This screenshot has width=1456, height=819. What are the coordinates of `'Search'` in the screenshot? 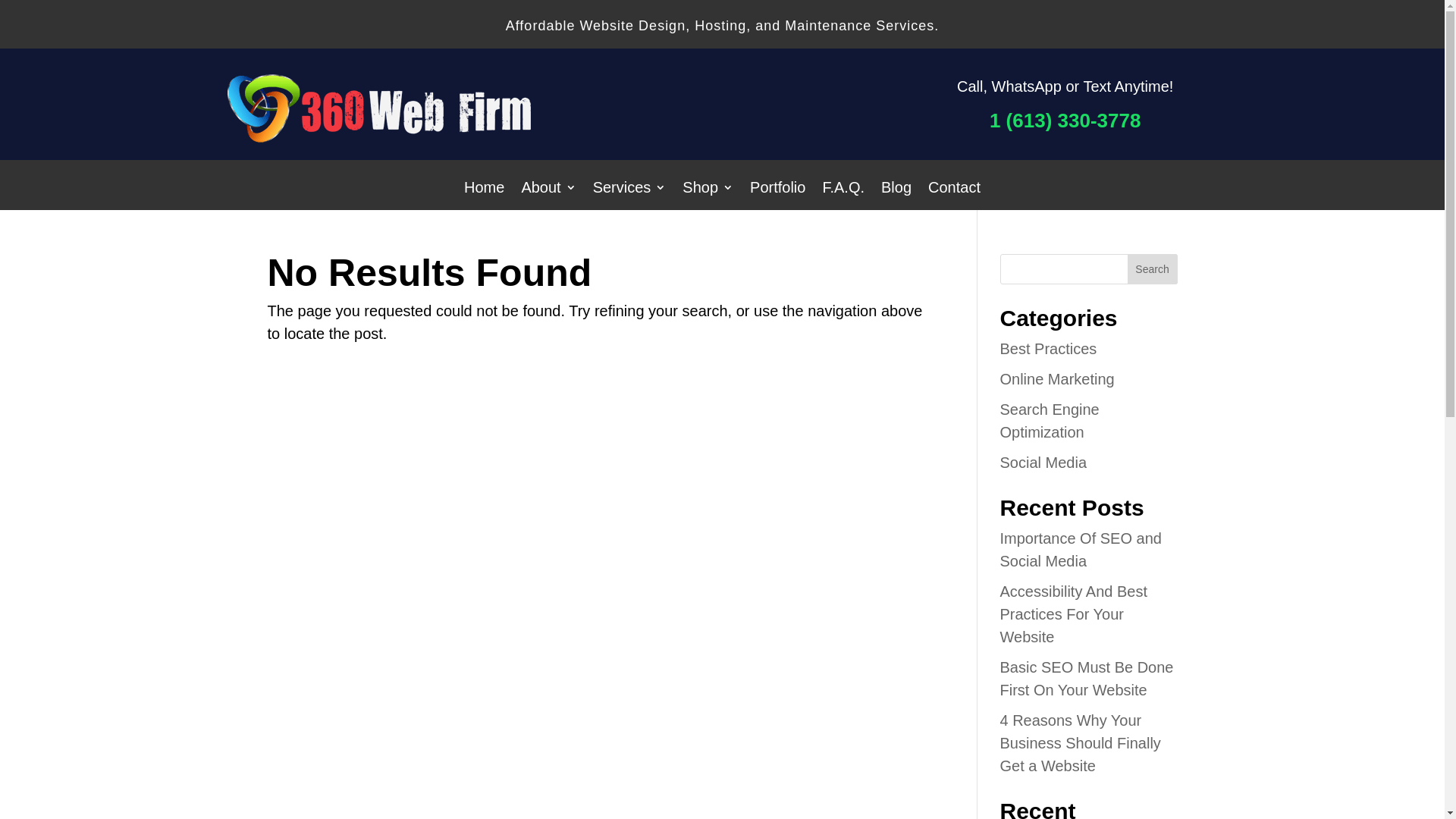 It's located at (1153, 268).